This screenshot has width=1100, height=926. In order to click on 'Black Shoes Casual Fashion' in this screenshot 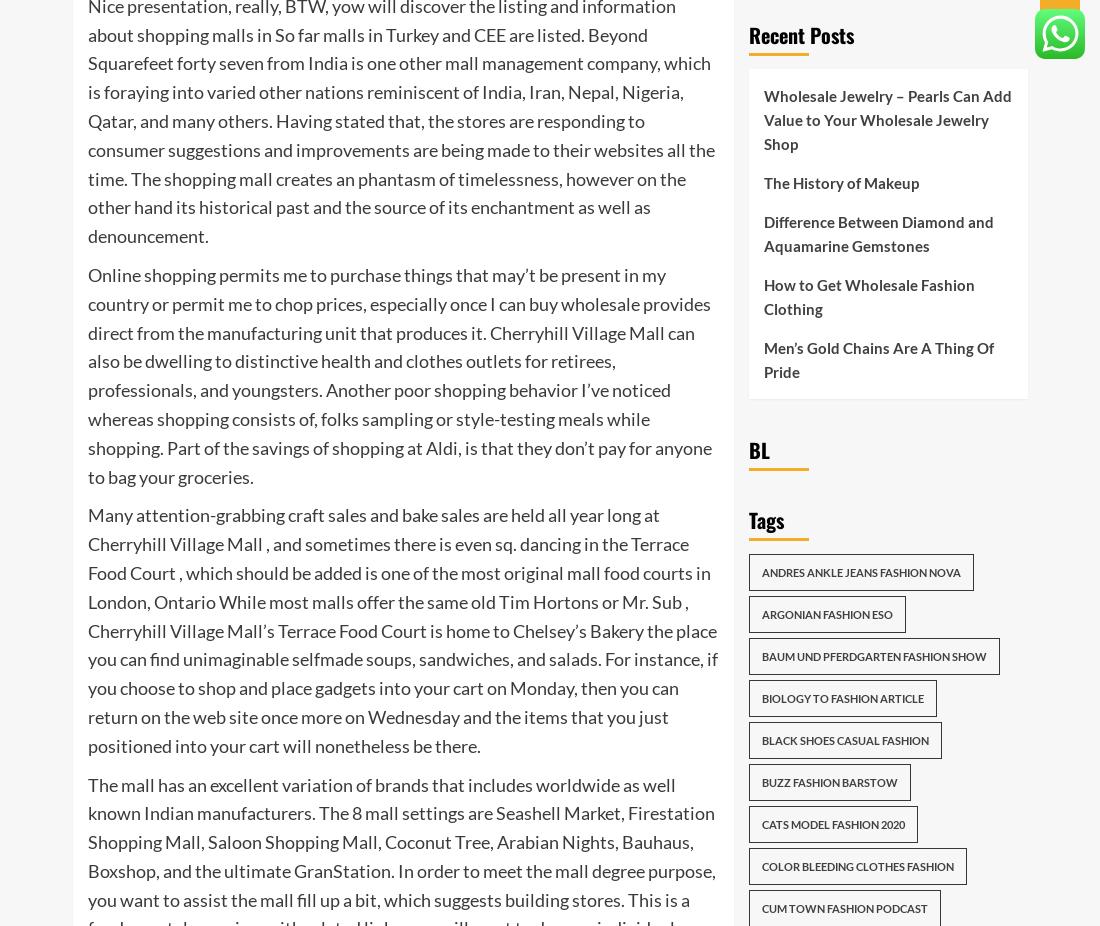, I will do `click(843, 740)`.